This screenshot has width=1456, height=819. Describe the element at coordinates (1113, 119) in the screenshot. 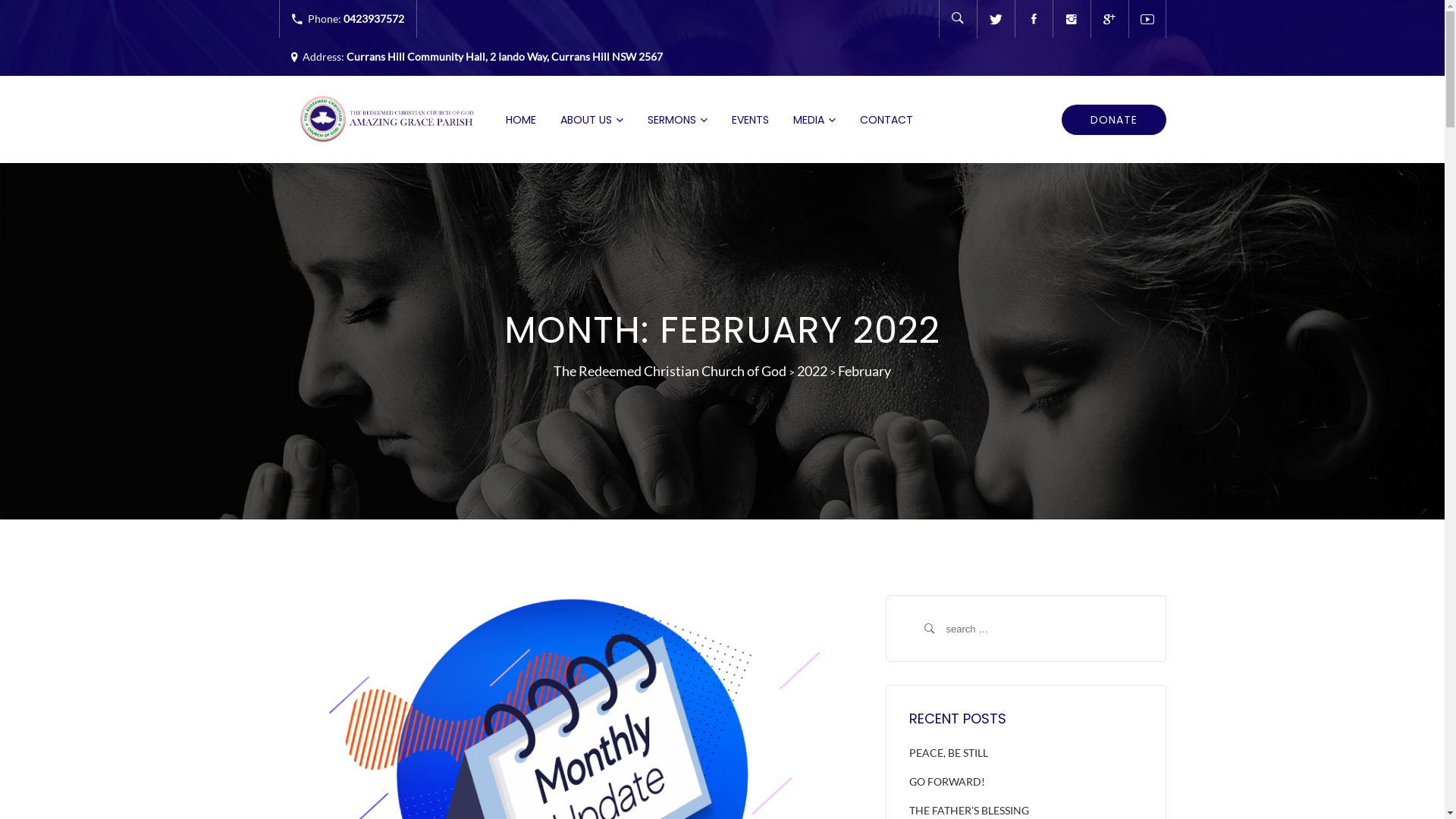

I see `'DONATE'` at that location.